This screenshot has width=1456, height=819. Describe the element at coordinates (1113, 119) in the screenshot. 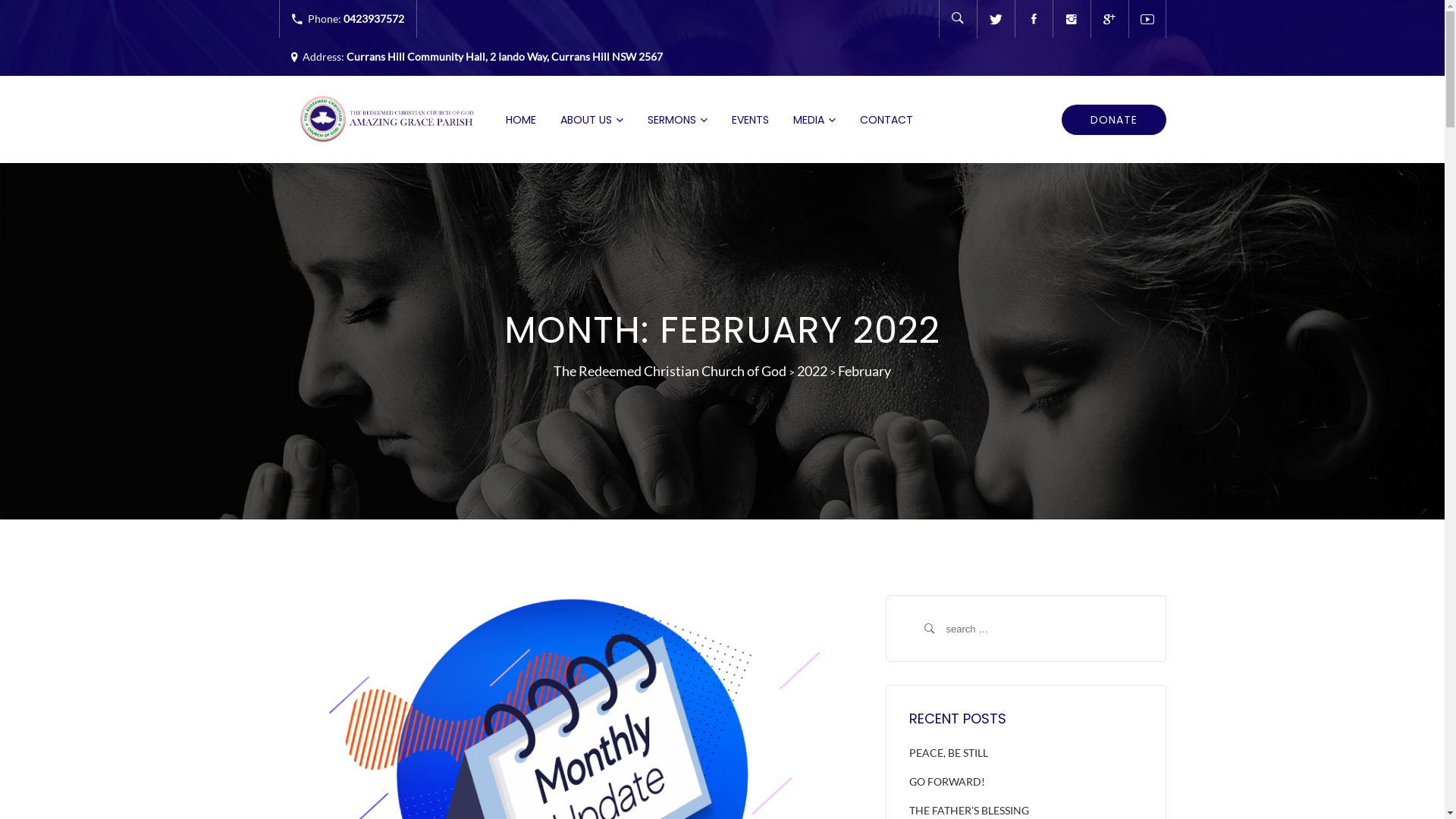

I see `'DONATE'` at that location.